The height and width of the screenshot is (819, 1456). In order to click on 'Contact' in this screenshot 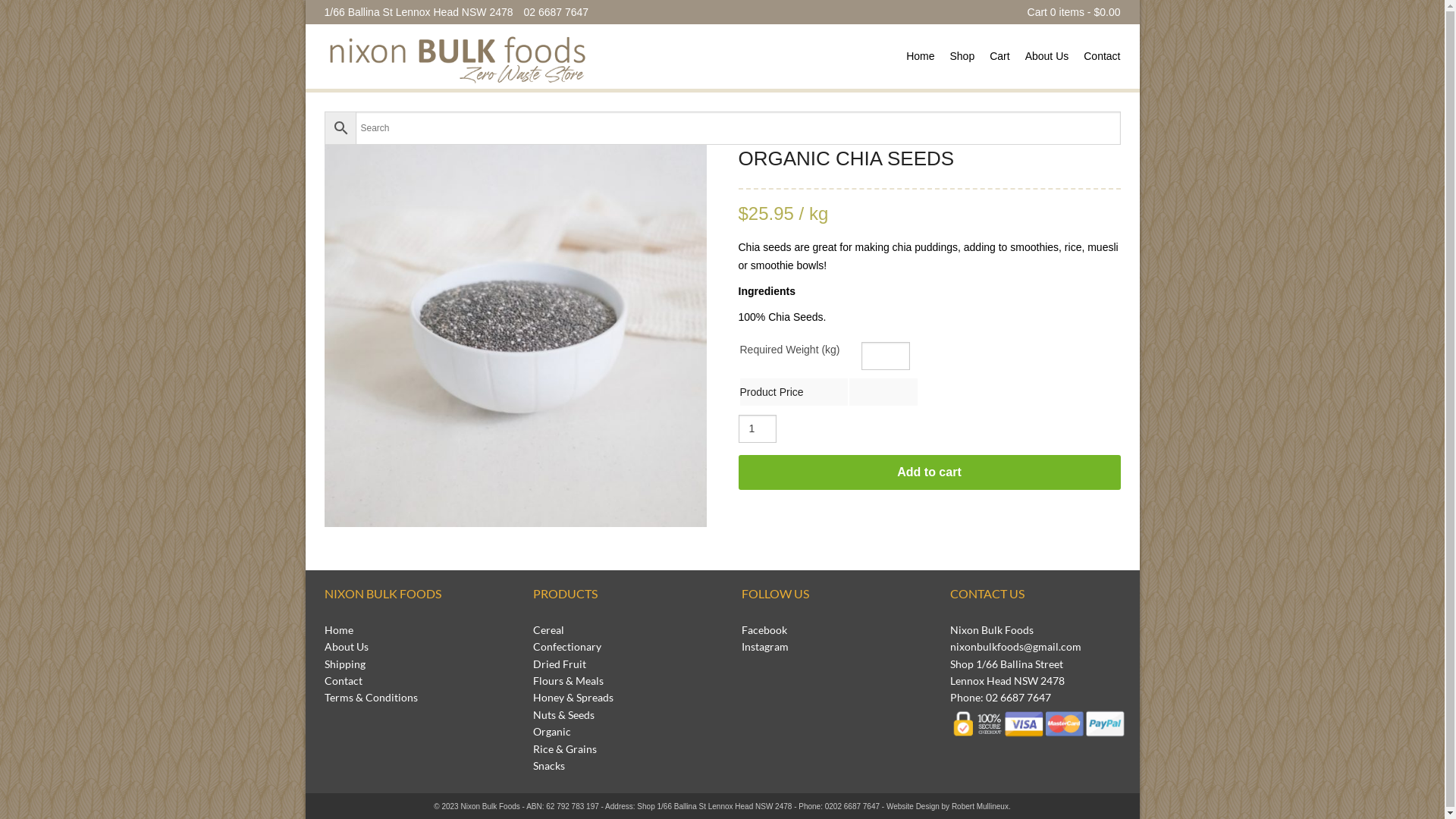, I will do `click(342, 679)`.